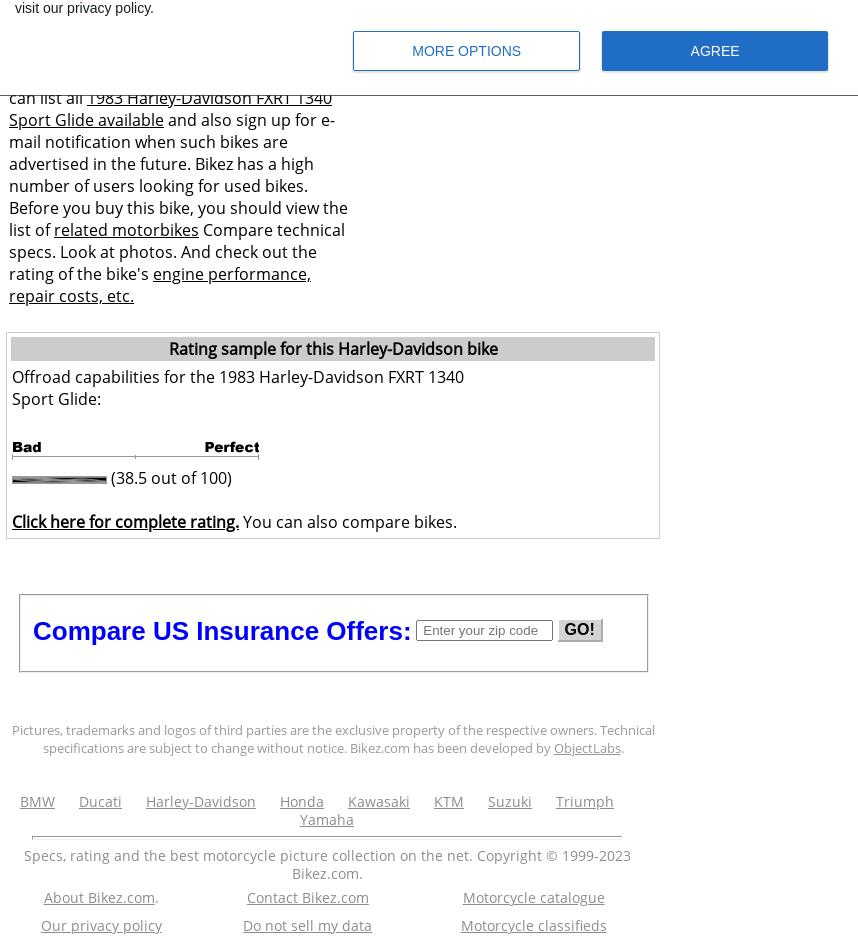  I want to click on 'or', so click(59, 75).